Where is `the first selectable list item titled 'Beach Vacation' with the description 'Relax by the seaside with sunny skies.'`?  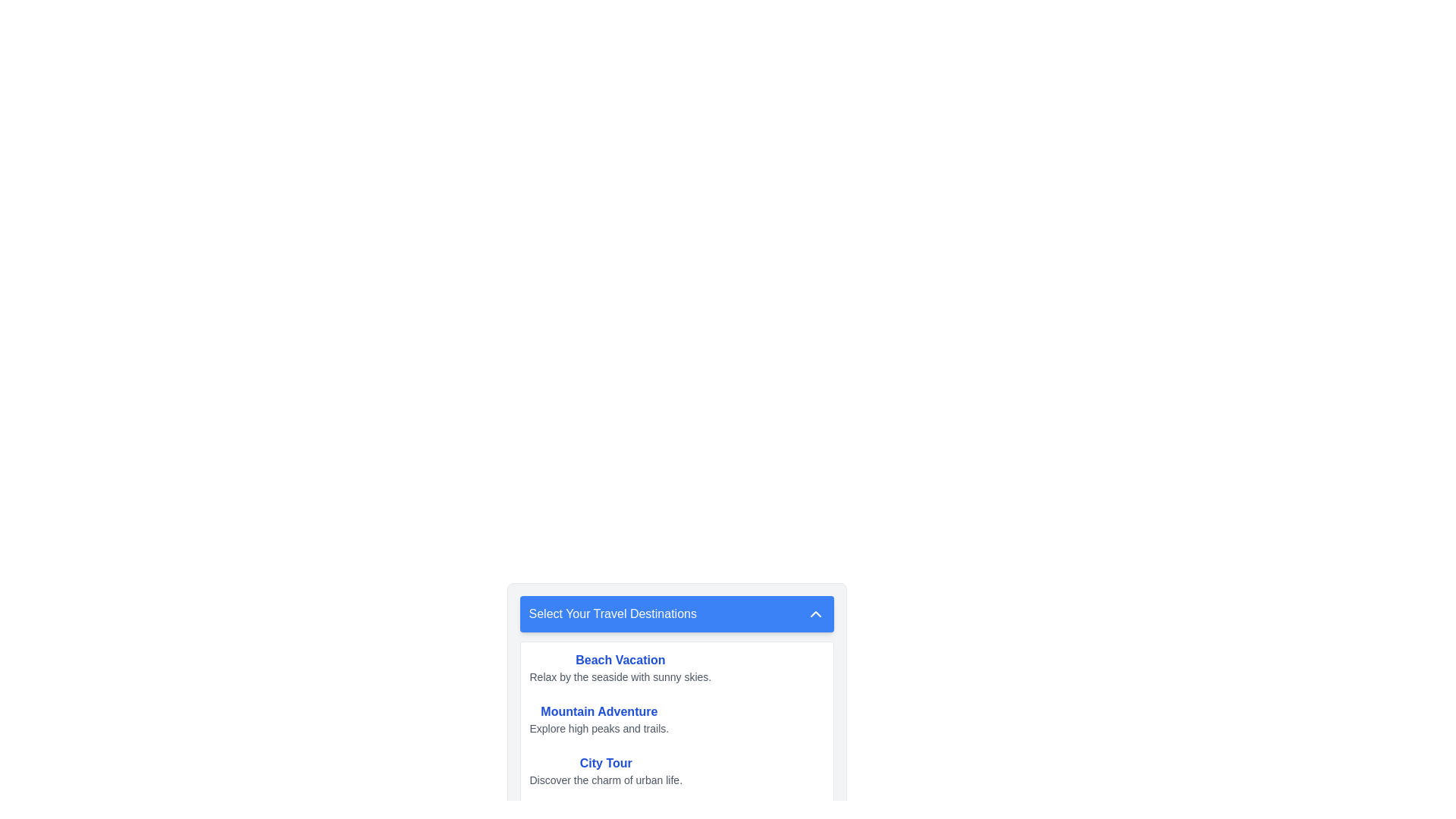 the first selectable list item titled 'Beach Vacation' with the description 'Relax by the seaside with sunny skies.' is located at coordinates (676, 667).